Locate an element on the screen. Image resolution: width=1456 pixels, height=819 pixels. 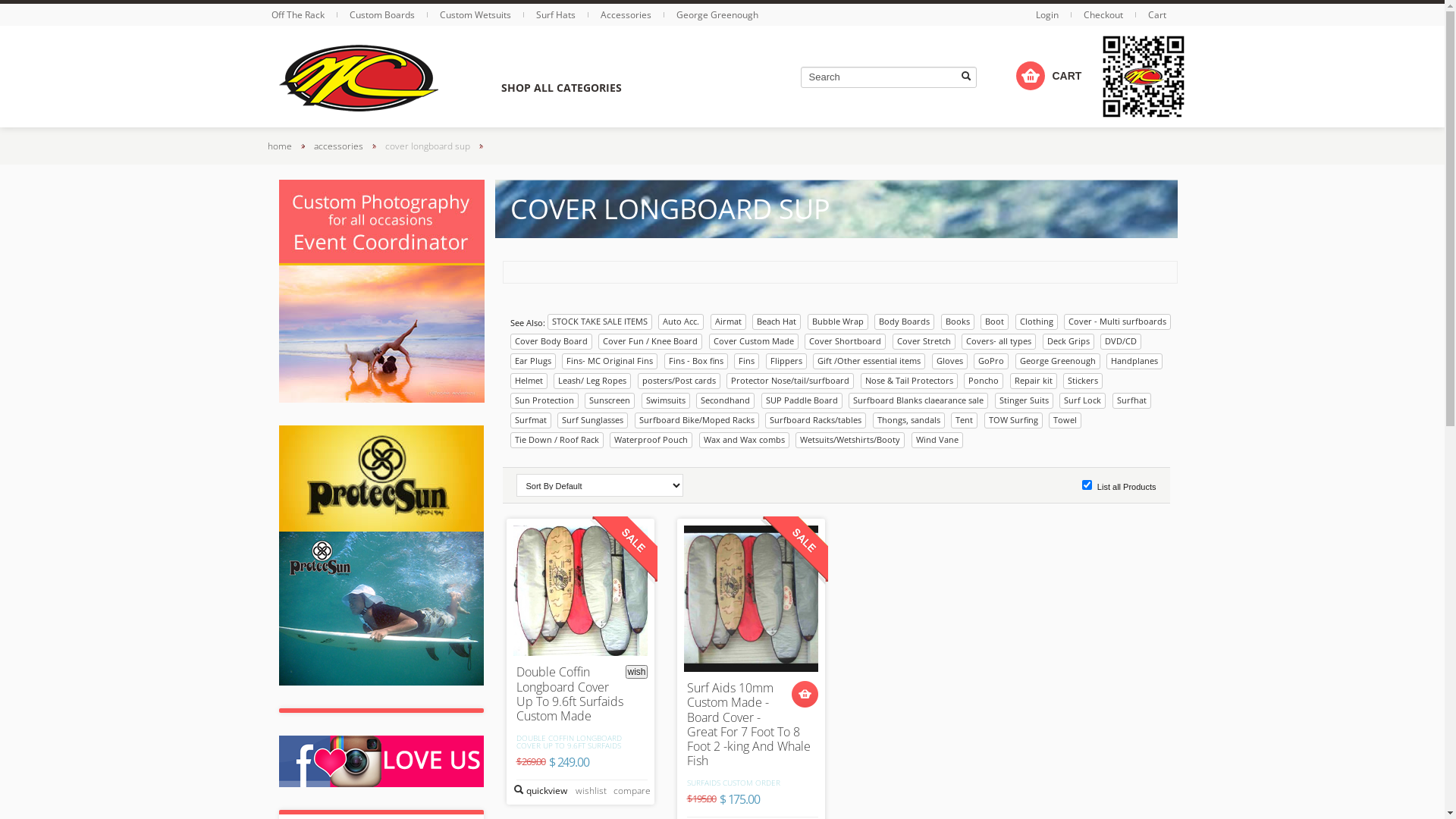
'Accessories' is located at coordinates (600, 14).